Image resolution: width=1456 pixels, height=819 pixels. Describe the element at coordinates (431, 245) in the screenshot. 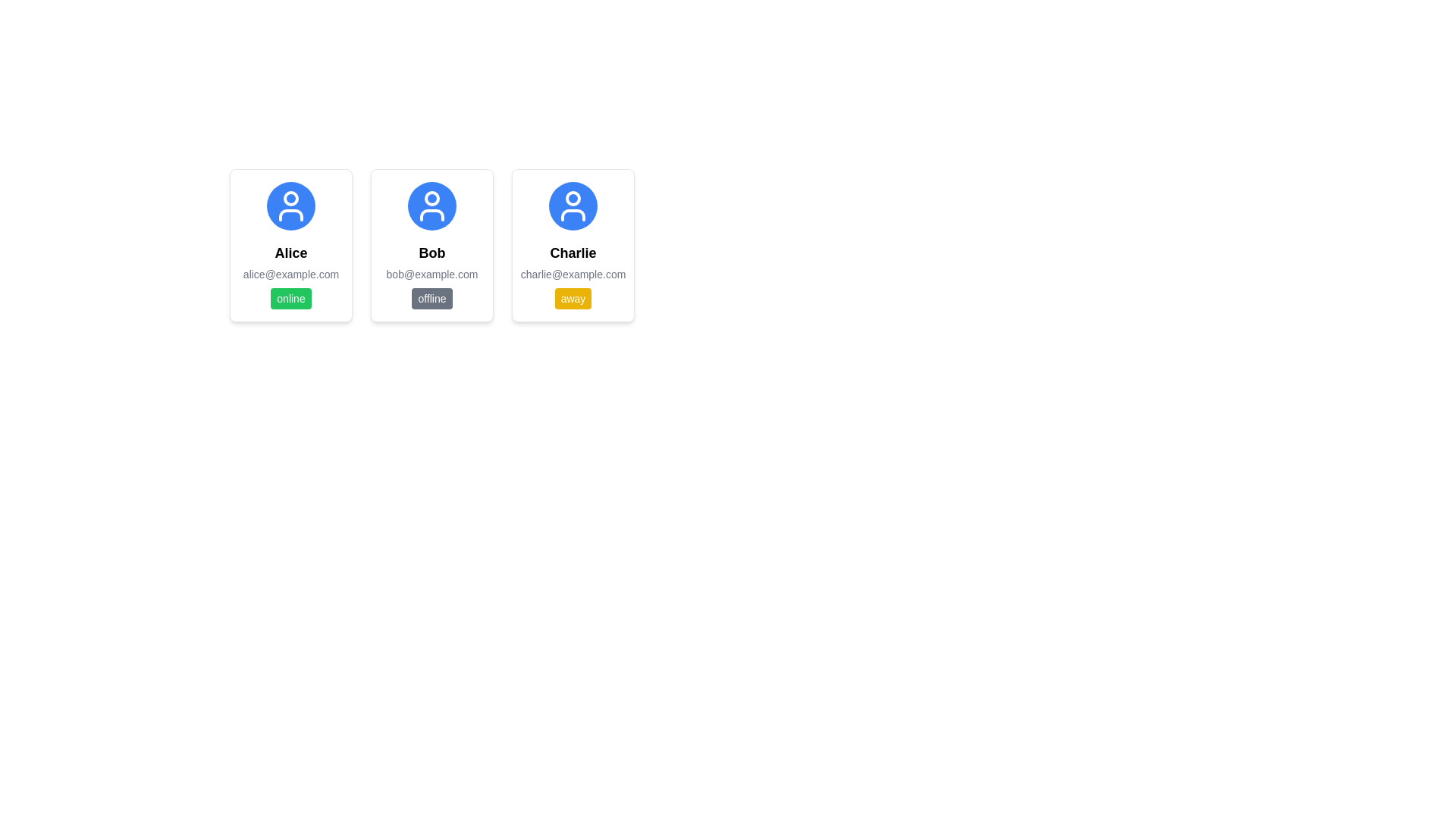

I see `the user information card for 'Bob', which displays his name, email, and online status, located at the center of the group of three profile cards` at that location.